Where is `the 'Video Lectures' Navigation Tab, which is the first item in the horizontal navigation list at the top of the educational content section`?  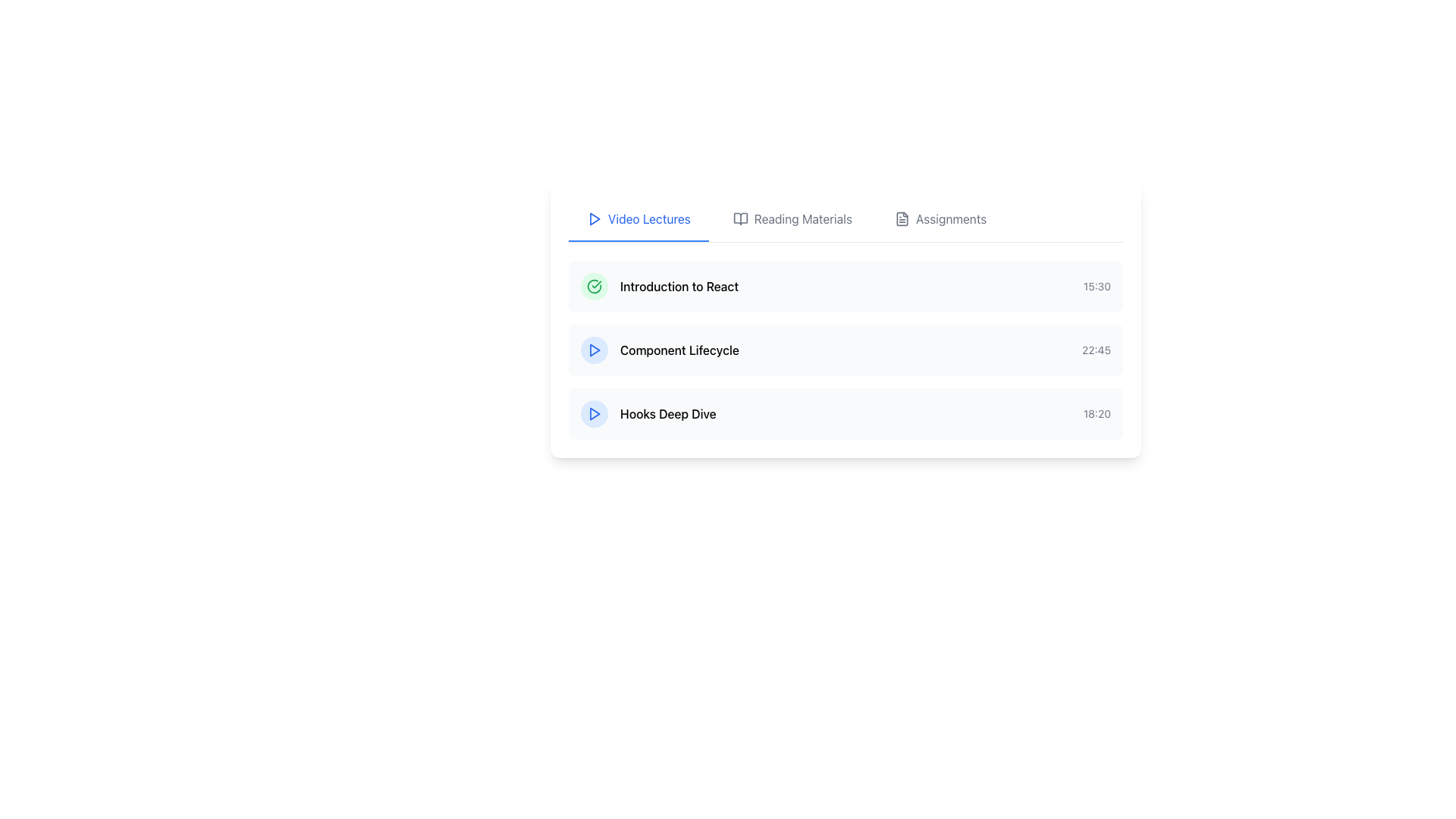 the 'Video Lectures' Navigation Tab, which is the first item in the horizontal navigation list at the top of the educational content section is located at coordinates (639, 219).